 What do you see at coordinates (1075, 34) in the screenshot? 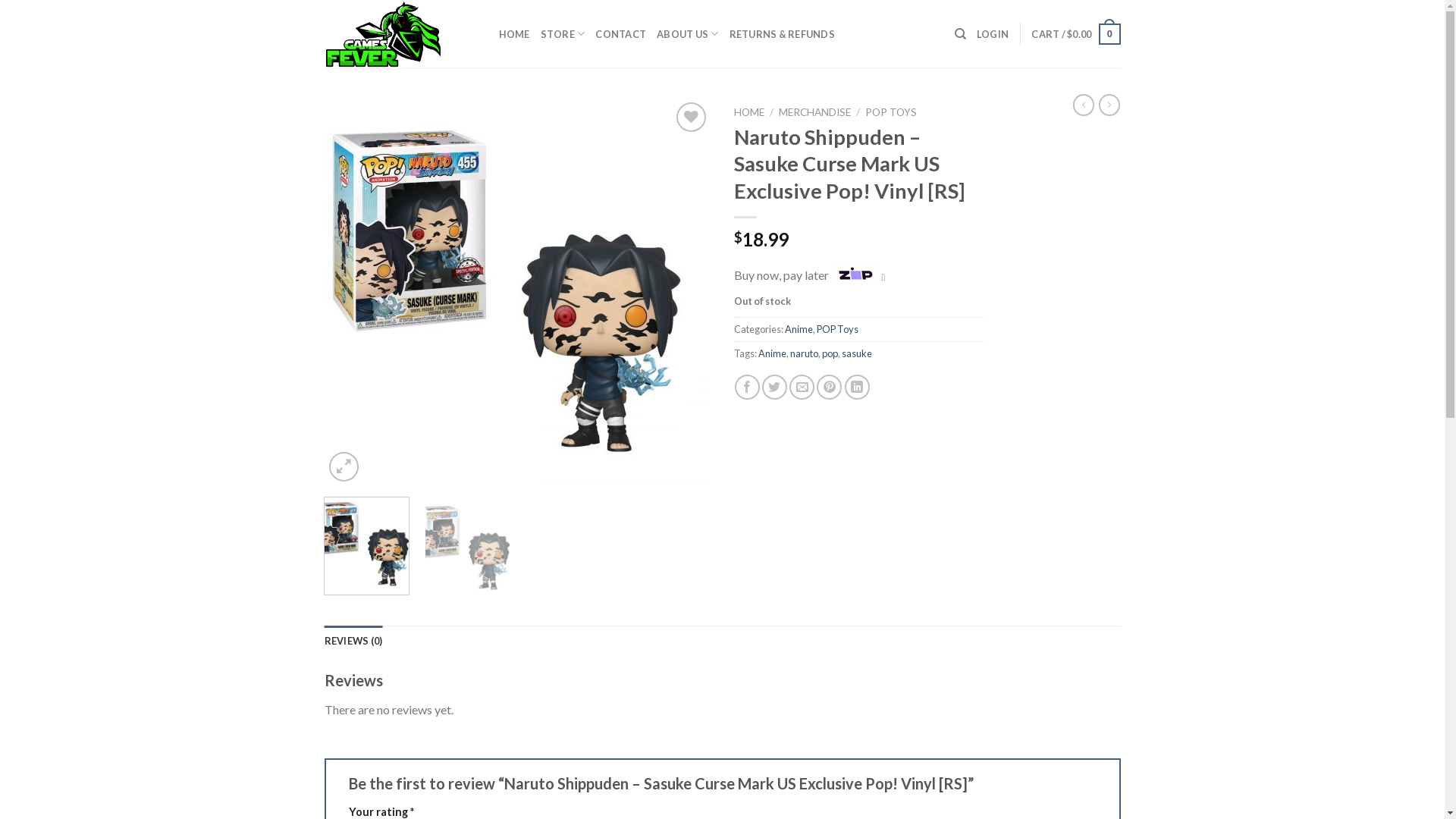
I see `'CART / $0.00` at bounding box center [1075, 34].